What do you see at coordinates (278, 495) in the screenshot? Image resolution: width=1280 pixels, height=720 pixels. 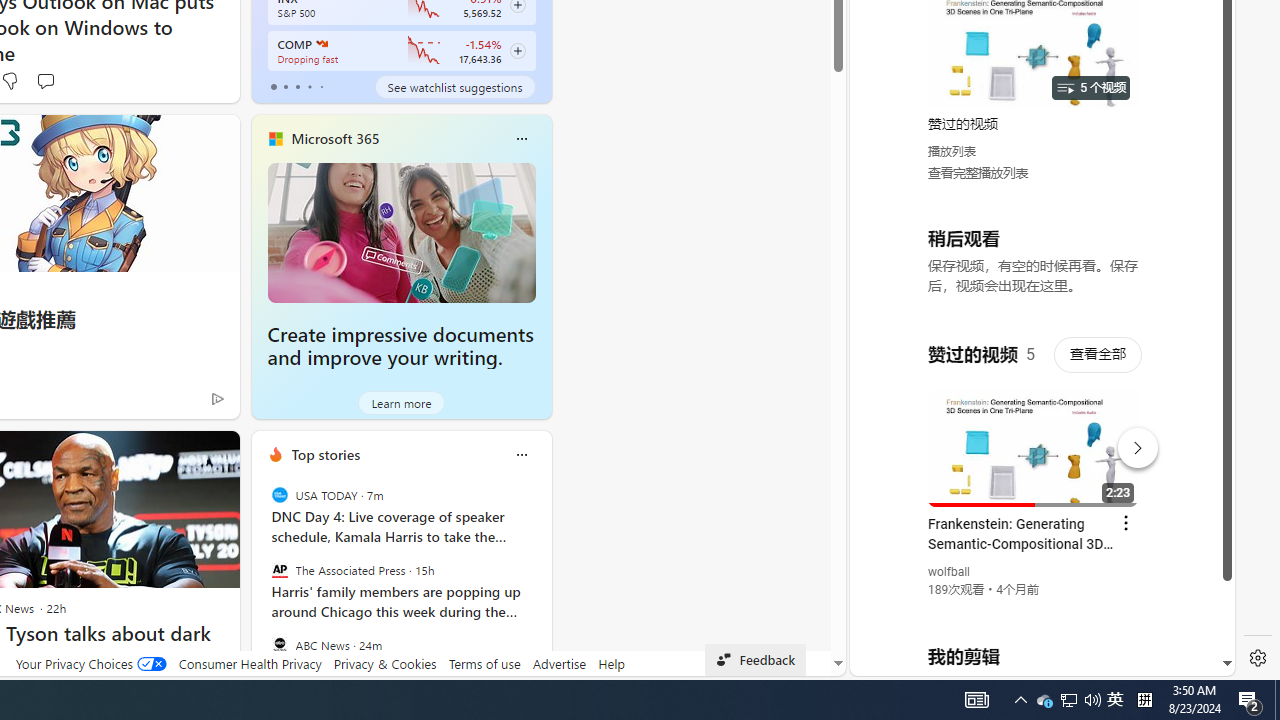 I see `'USA TODAY'` at bounding box center [278, 495].